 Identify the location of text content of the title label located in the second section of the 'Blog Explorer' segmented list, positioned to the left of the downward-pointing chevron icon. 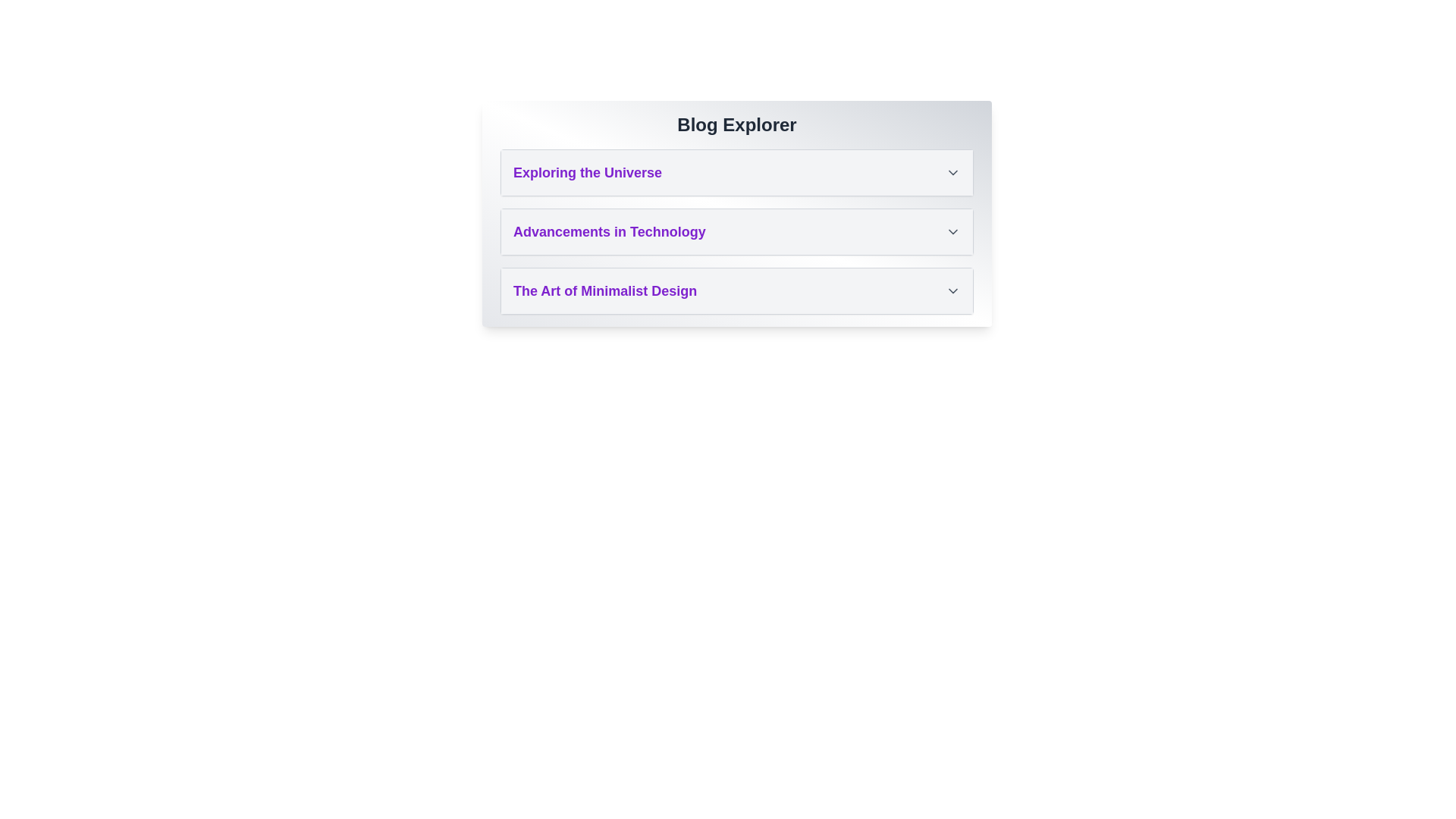
(609, 231).